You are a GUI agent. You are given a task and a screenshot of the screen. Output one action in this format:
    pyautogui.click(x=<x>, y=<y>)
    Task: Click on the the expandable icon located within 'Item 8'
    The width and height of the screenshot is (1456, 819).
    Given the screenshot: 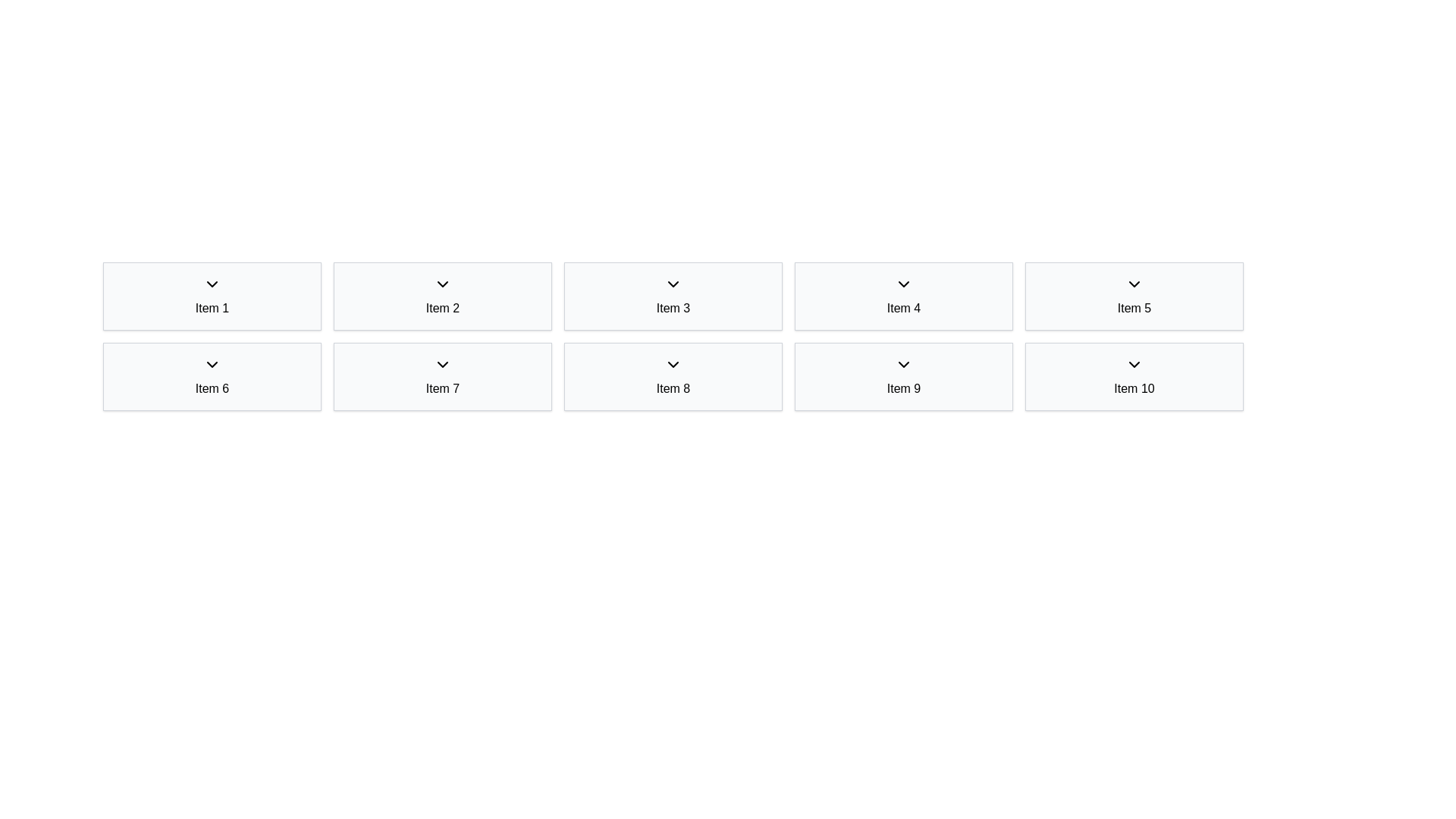 What is the action you would take?
    pyautogui.click(x=673, y=365)
    